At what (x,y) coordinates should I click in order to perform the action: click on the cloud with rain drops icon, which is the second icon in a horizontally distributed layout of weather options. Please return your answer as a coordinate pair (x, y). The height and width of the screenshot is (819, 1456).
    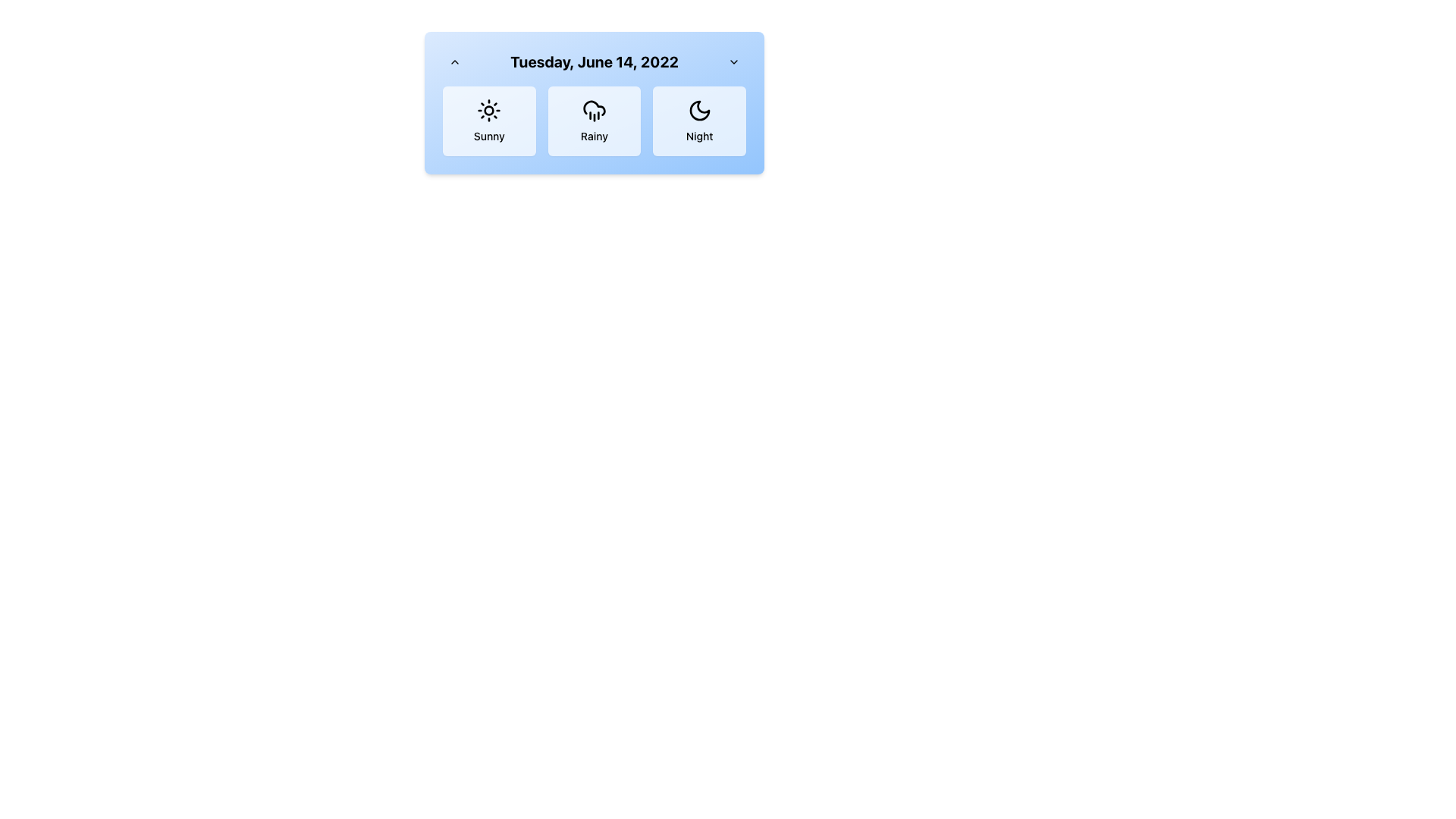
    Looking at the image, I should click on (593, 110).